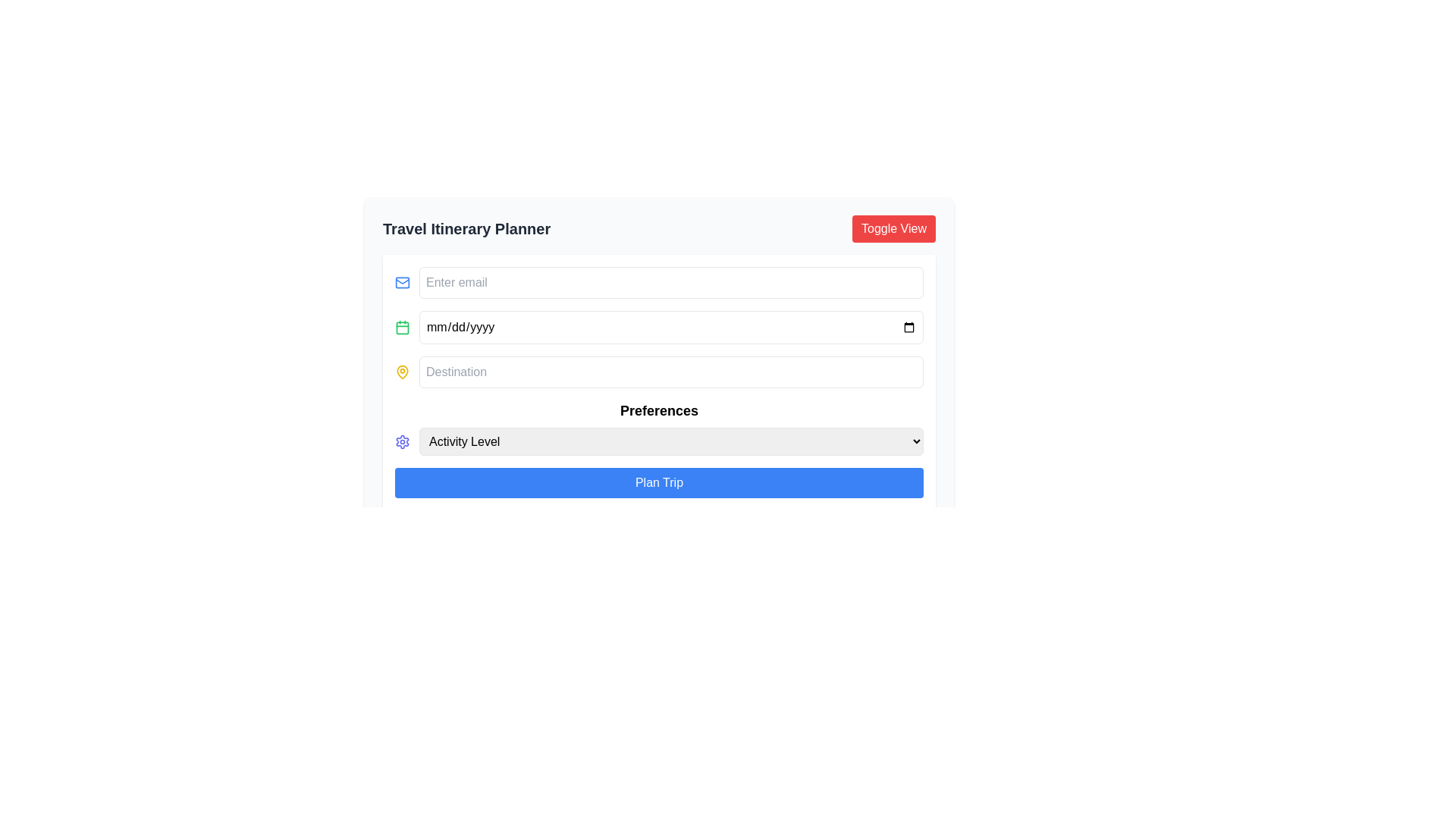 The height and width of the screenshot is (819, 1456). Describe the element at coordinates (403, 283) in the screenshot. I see `the blue-colored email icon, which is located at the upper left corner of the input field labeled 'Enter email'` at that location.